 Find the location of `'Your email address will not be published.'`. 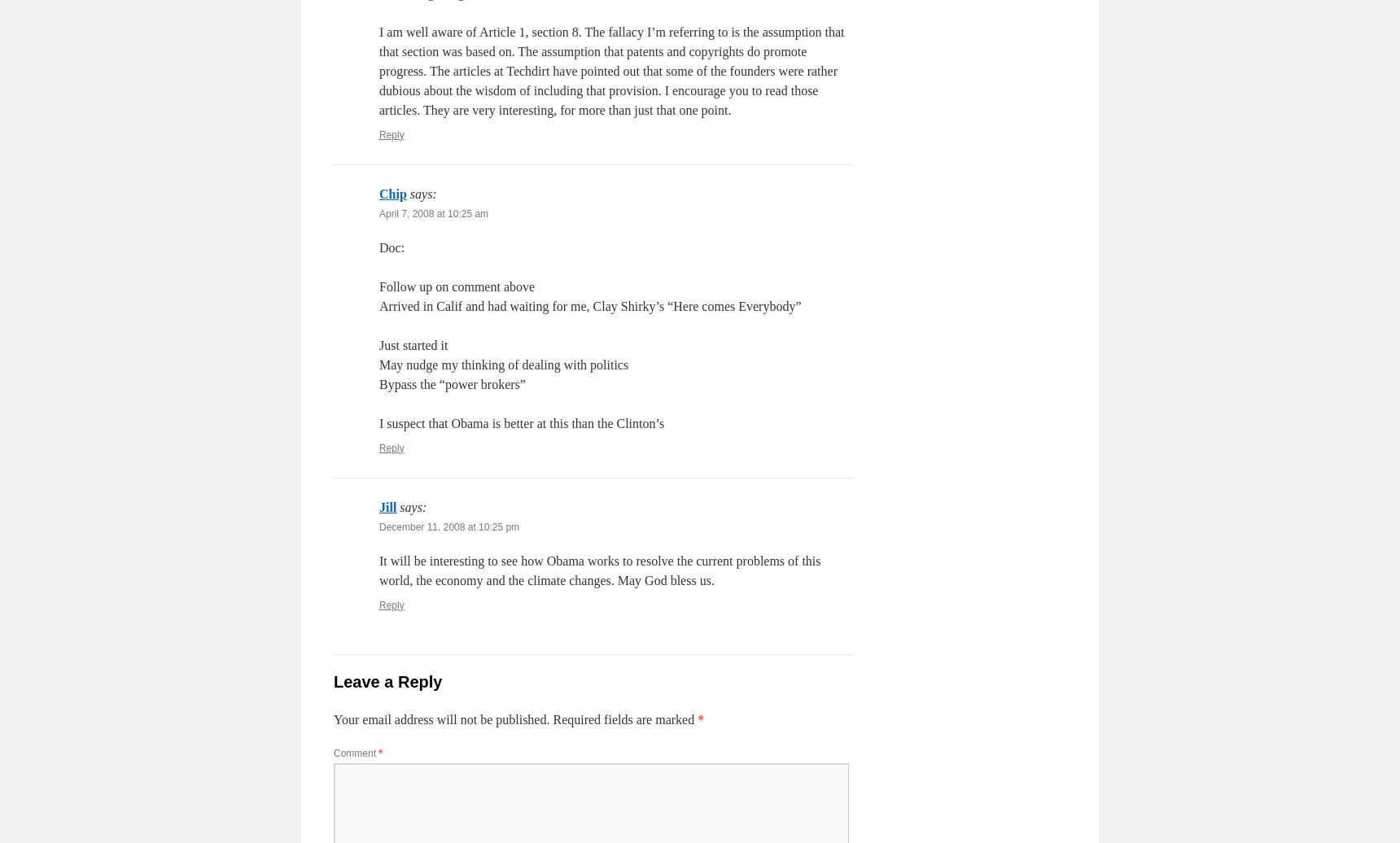

'Your email address will not be published.' is located at coordinates (441, 719).